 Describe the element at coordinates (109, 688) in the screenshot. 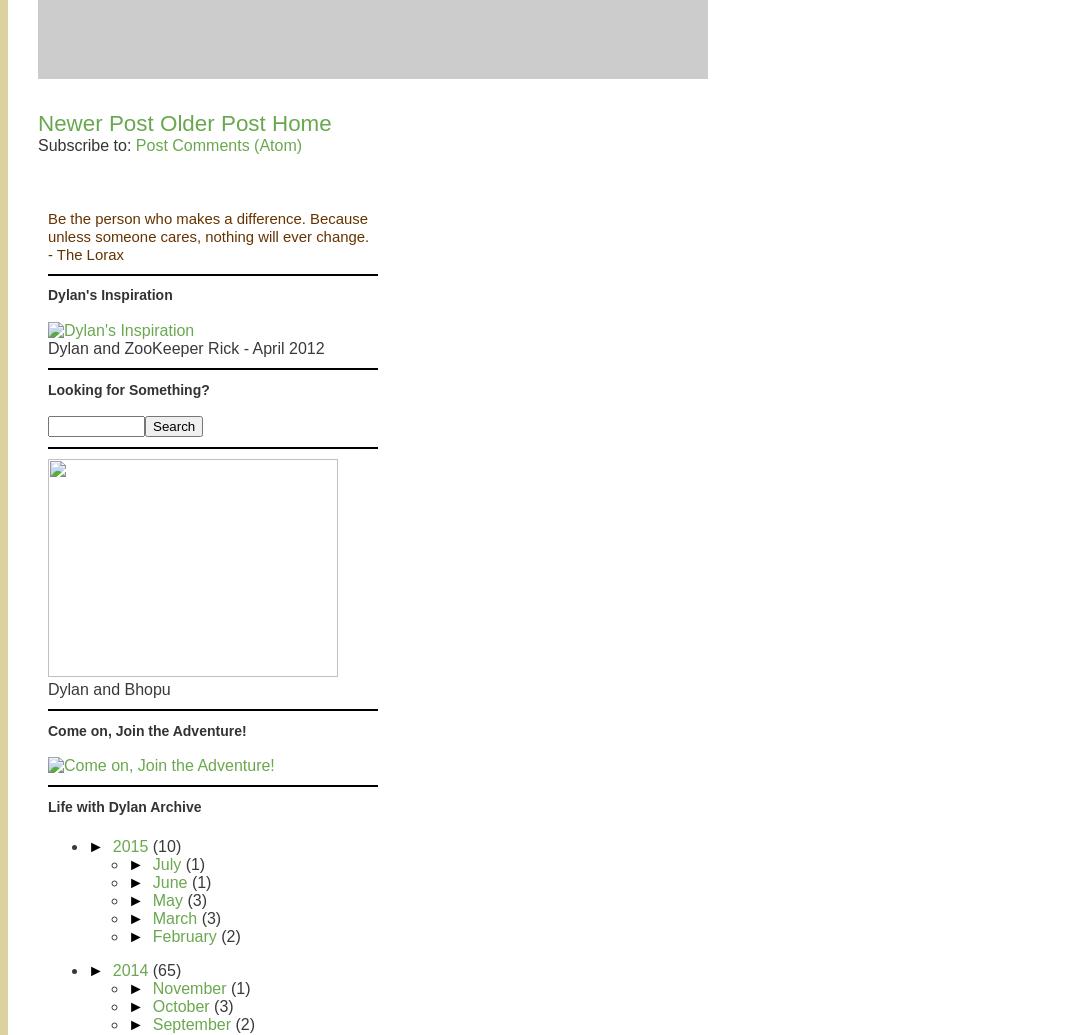

I see `'Dylan and Bhopu'` at that location.